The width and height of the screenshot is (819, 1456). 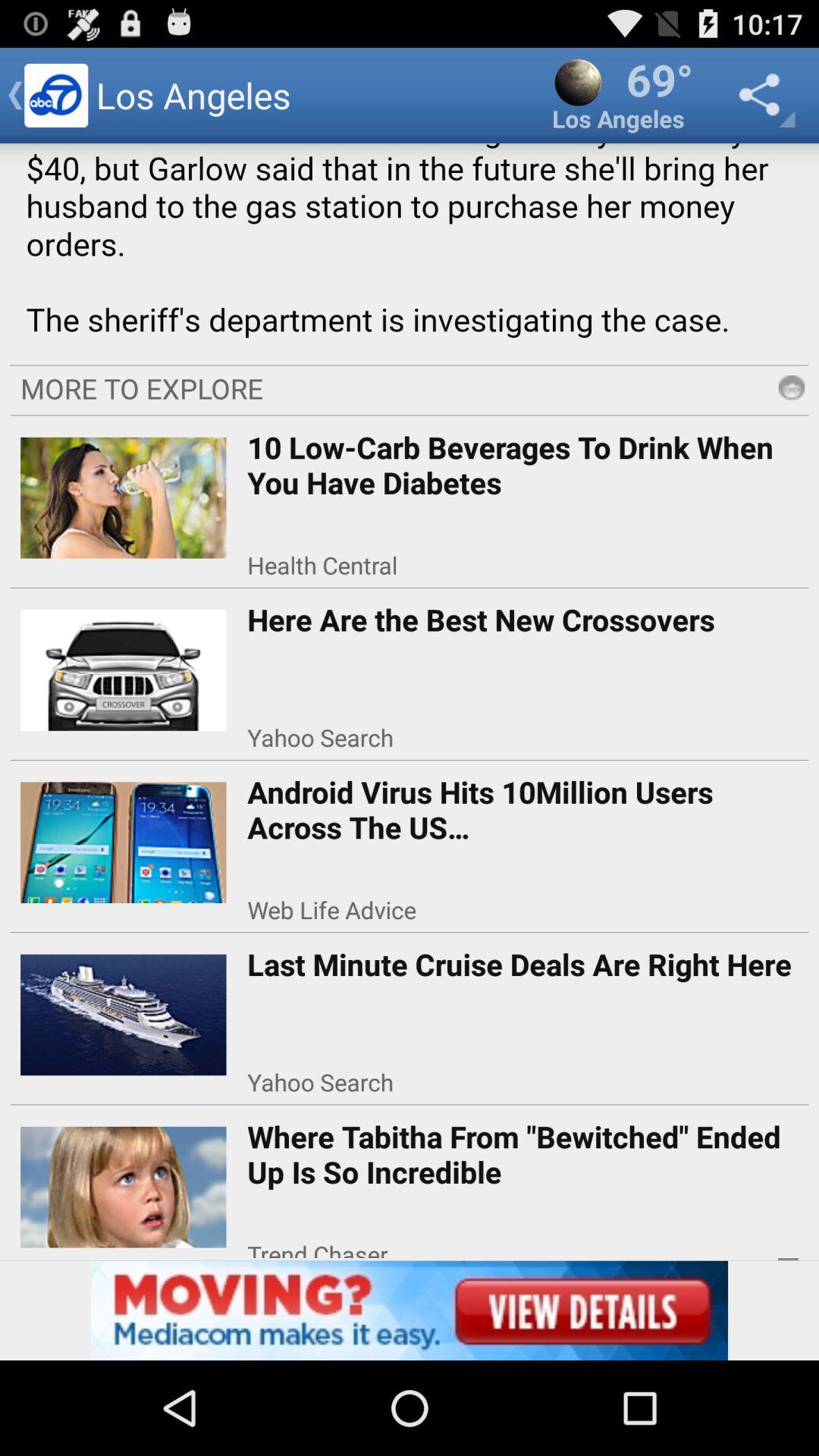 I want to click on news page, so click(x=409, y=249).